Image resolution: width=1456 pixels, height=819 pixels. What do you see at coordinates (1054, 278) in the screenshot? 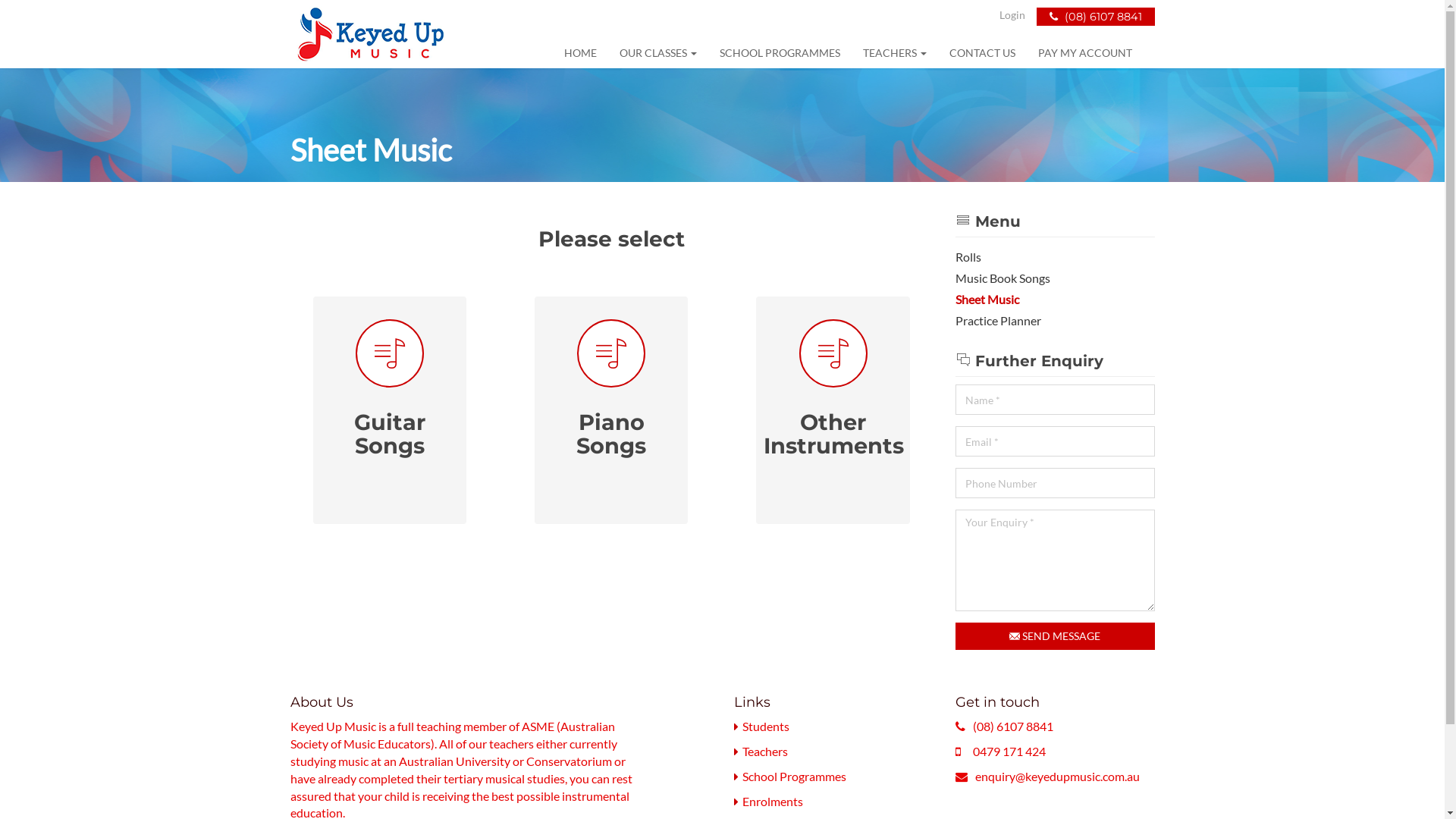
I see `'Music Book Songs'` at bounding box center [1054, 278].